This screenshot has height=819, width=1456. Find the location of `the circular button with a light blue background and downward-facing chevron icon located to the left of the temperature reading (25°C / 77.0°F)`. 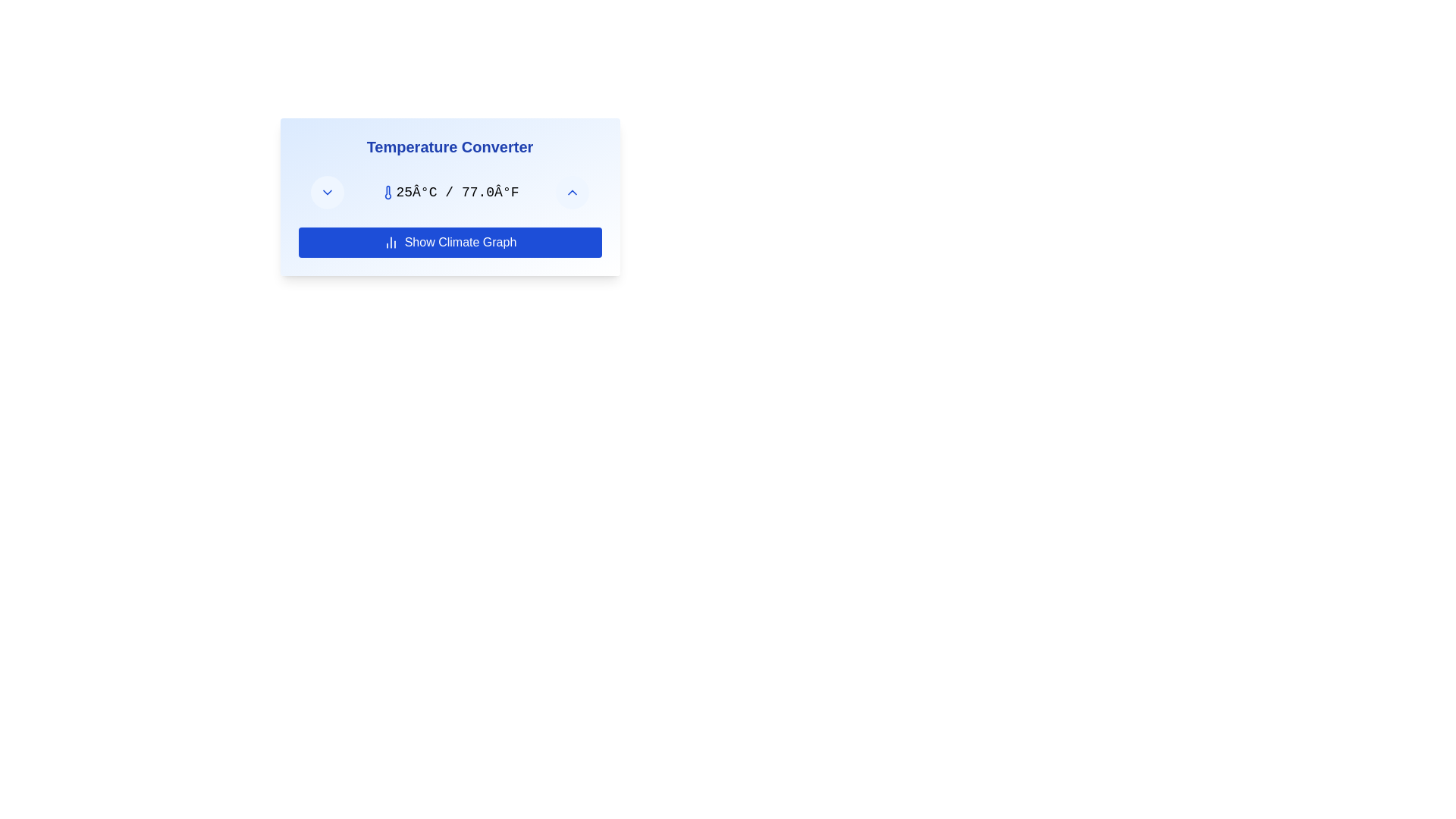

the circular button with a light blue background and downward-facing chevron icon located to the left of the temperature reading (25°C / 77.0°F) is located at coordinates (326, 192).